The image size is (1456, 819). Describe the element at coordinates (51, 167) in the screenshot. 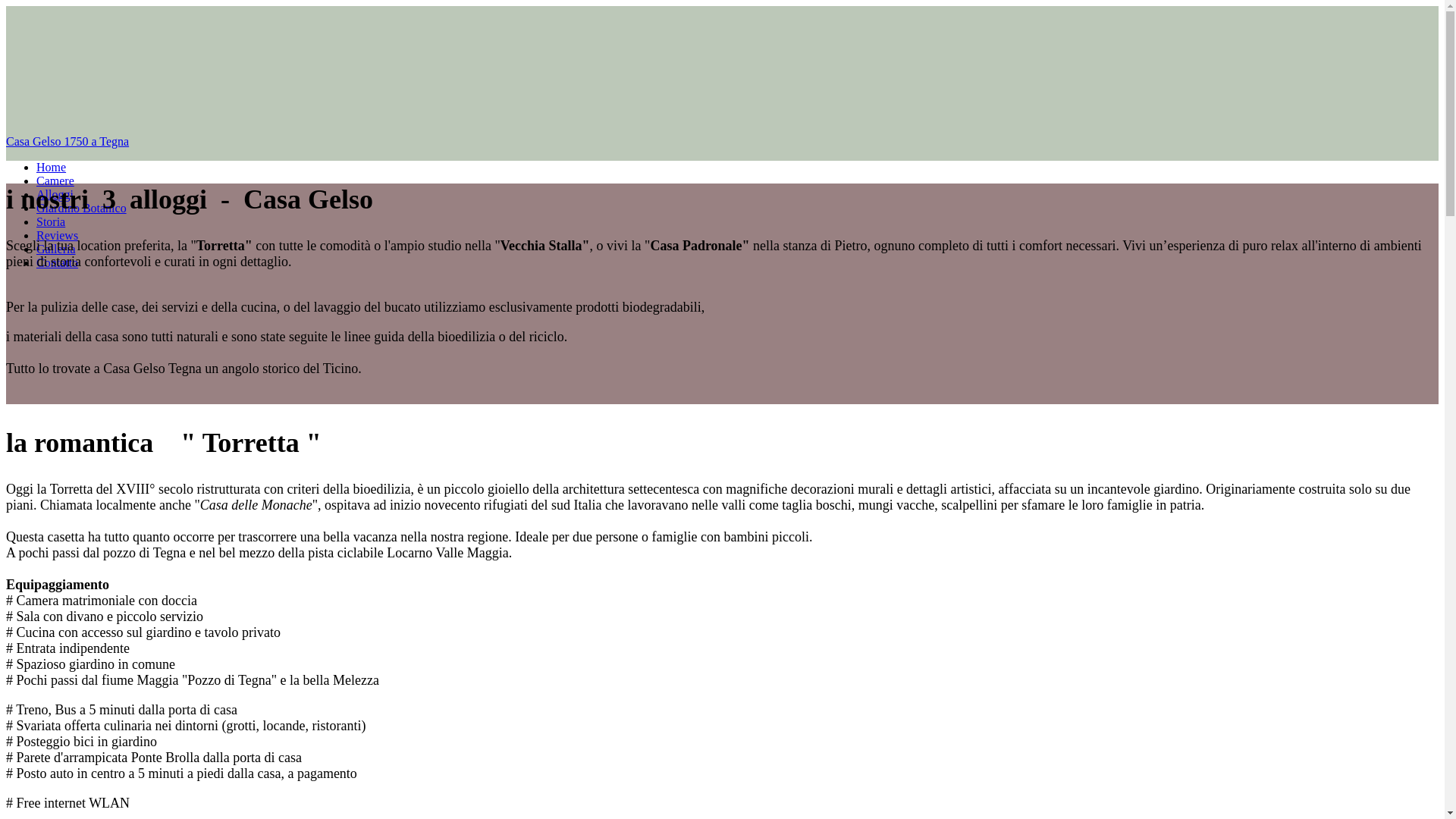

I see `'Home'` at that location.